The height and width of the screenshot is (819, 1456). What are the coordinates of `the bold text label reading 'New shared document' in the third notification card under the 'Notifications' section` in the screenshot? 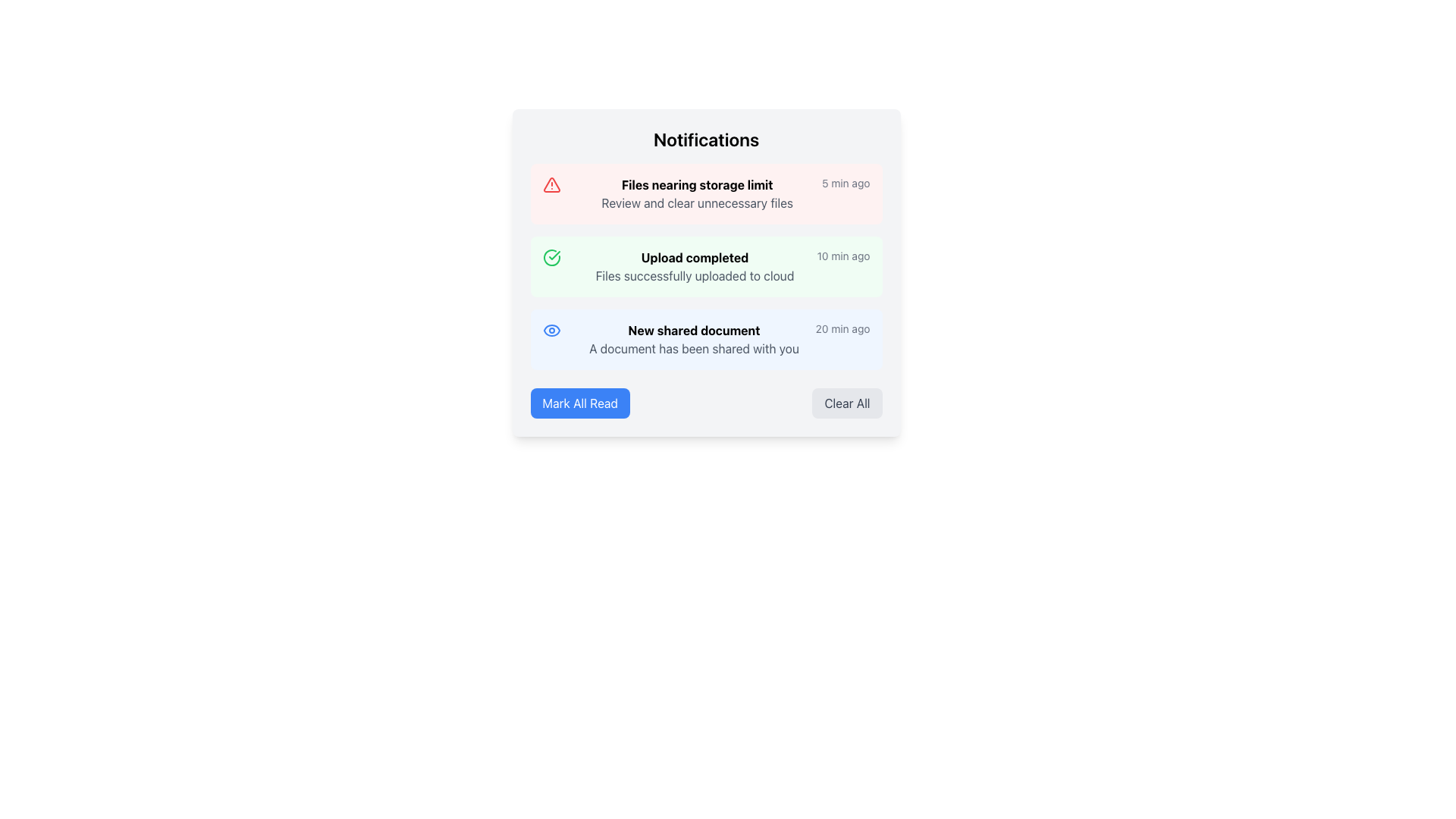 It's located at (693, 329).